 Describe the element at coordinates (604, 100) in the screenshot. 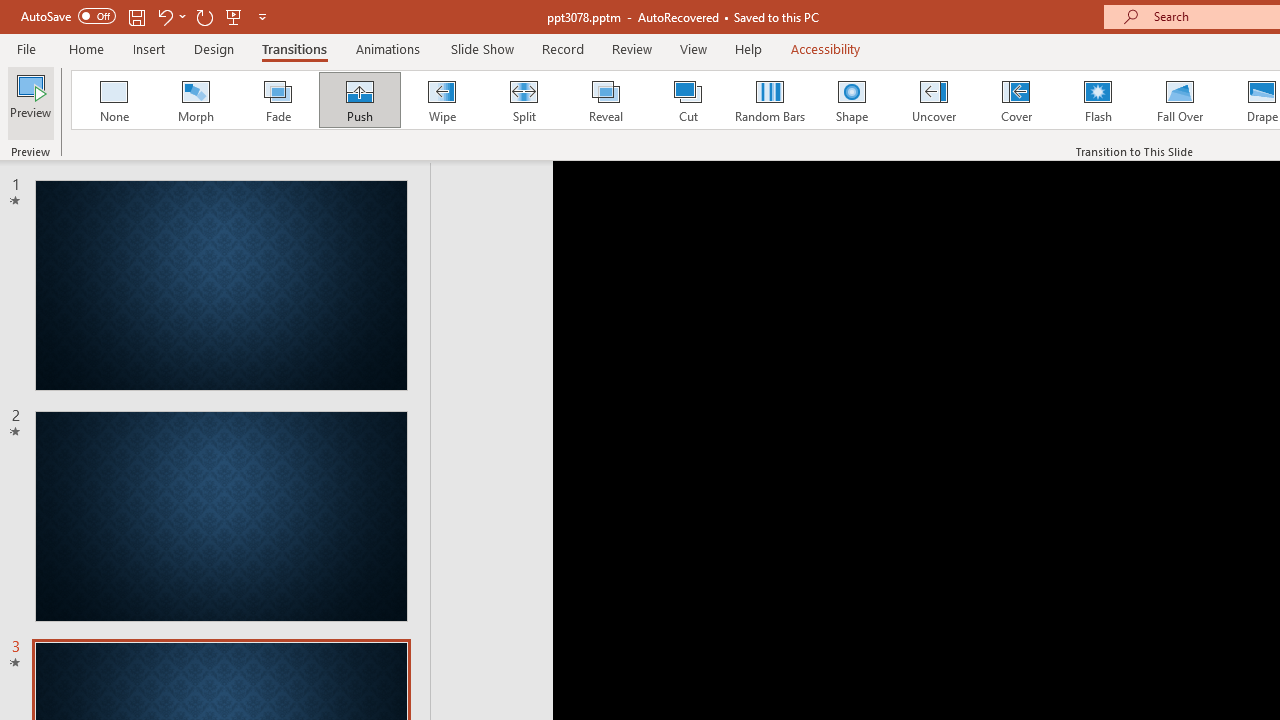

I see `'Reveal'` at that location.